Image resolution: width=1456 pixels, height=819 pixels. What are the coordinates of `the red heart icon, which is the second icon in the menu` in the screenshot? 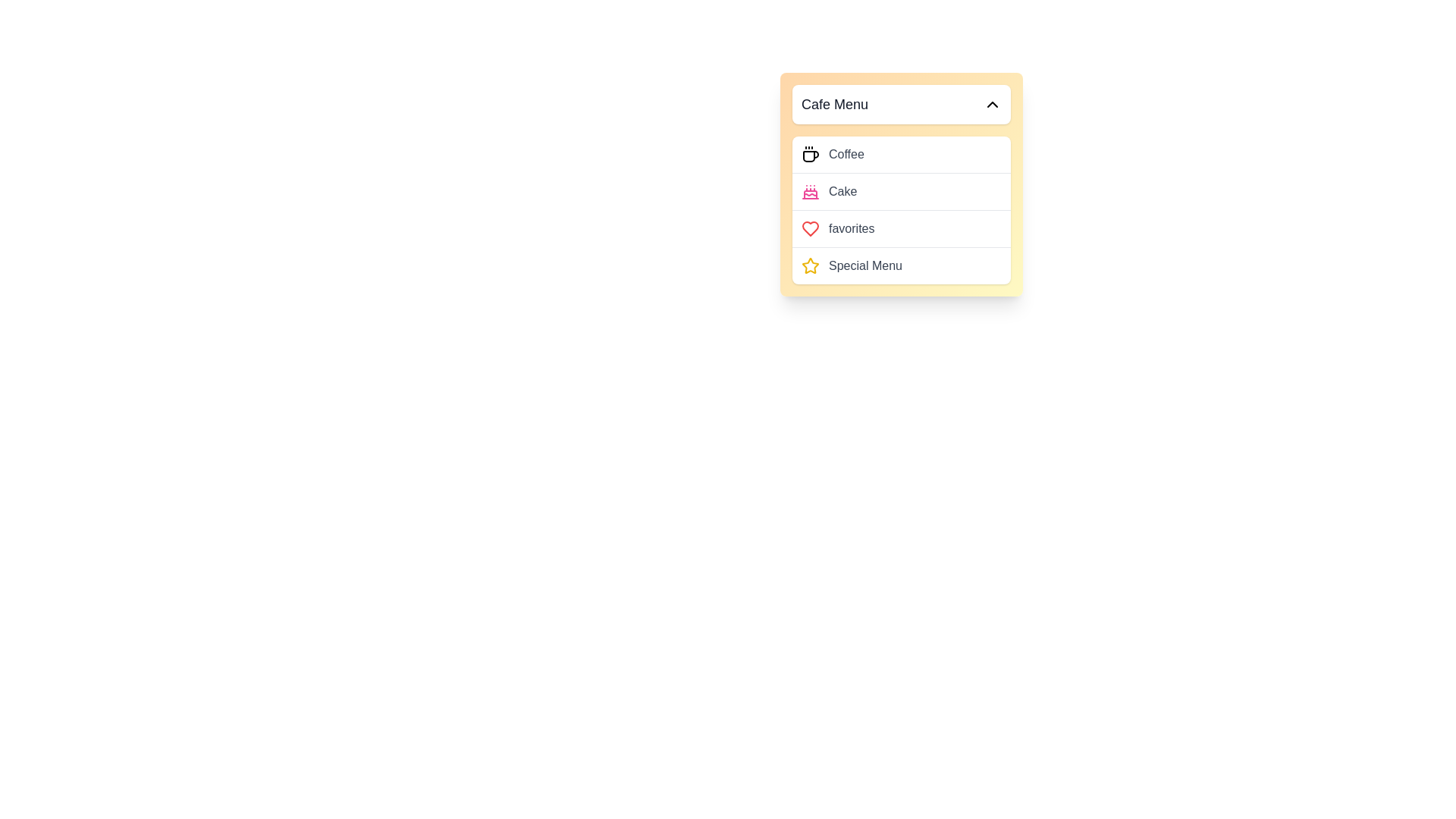 It's located at (810, 228).